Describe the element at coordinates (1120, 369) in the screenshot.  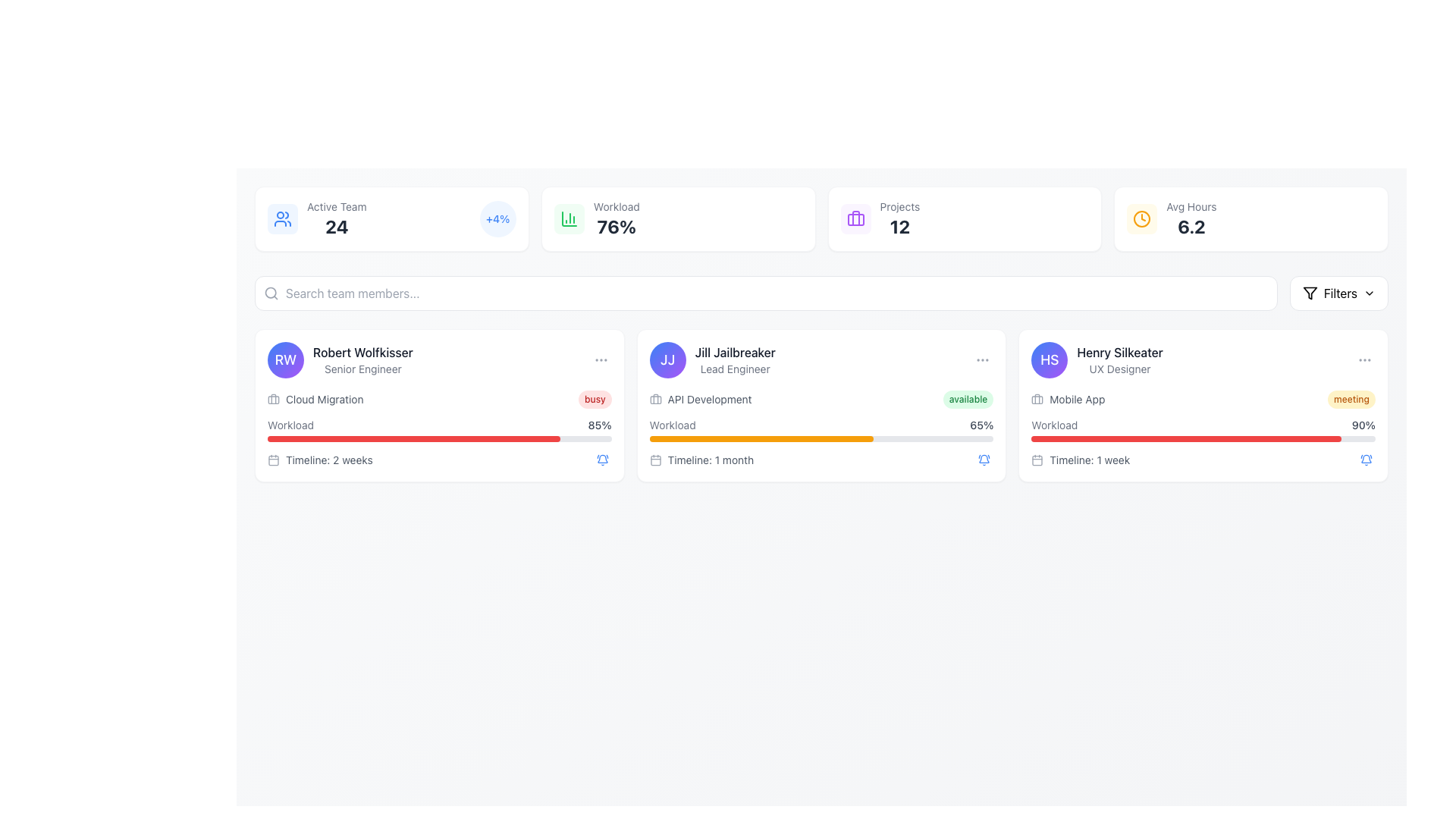
I see `the text label containing 'UX Designer', which is styled in muted gray and positioned beneath 'Henry Silkeater' in the user profile card` at that location.